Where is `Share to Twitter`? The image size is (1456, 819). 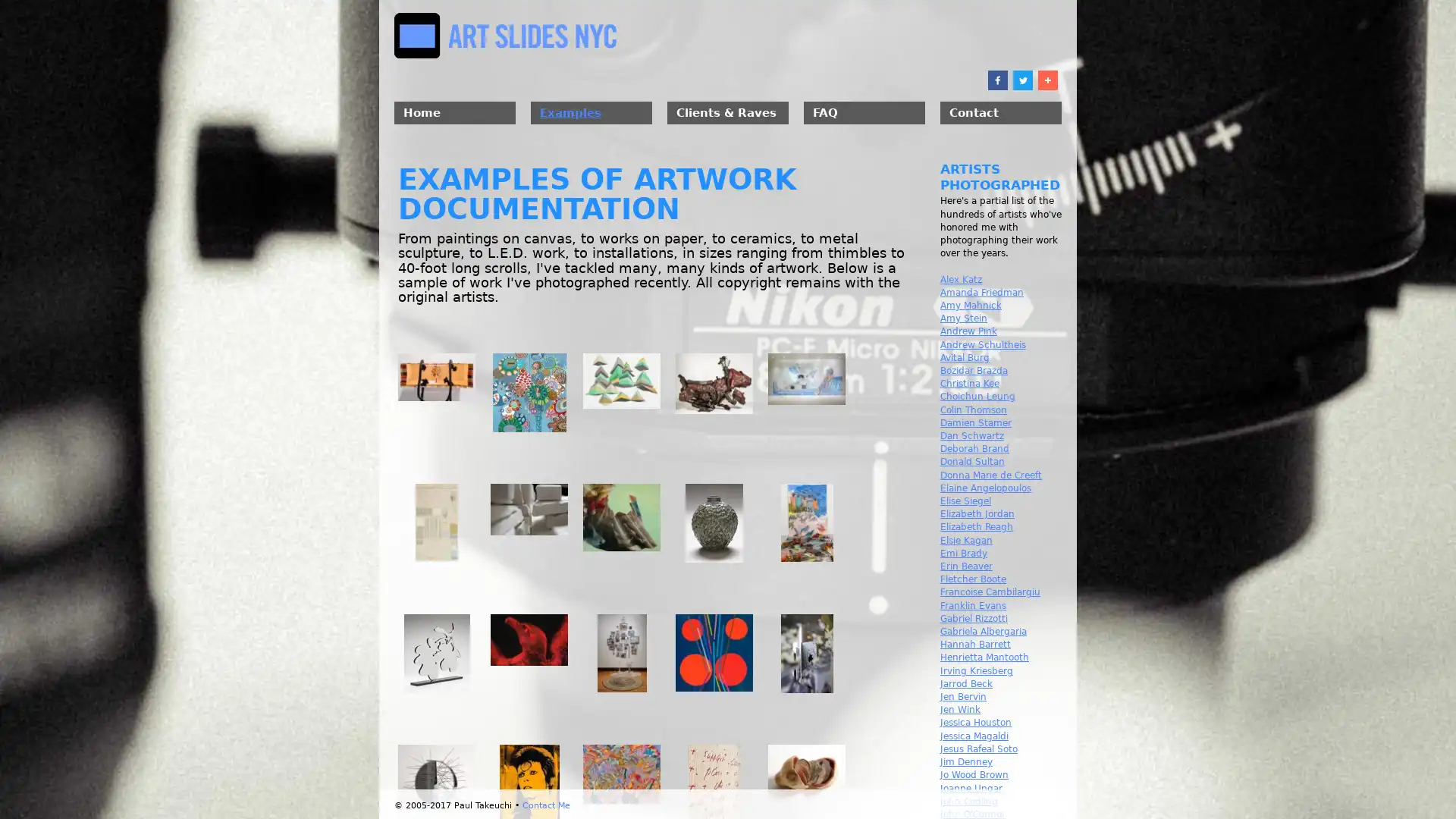
Share to Twitter is located at coordinates (1027, 79).